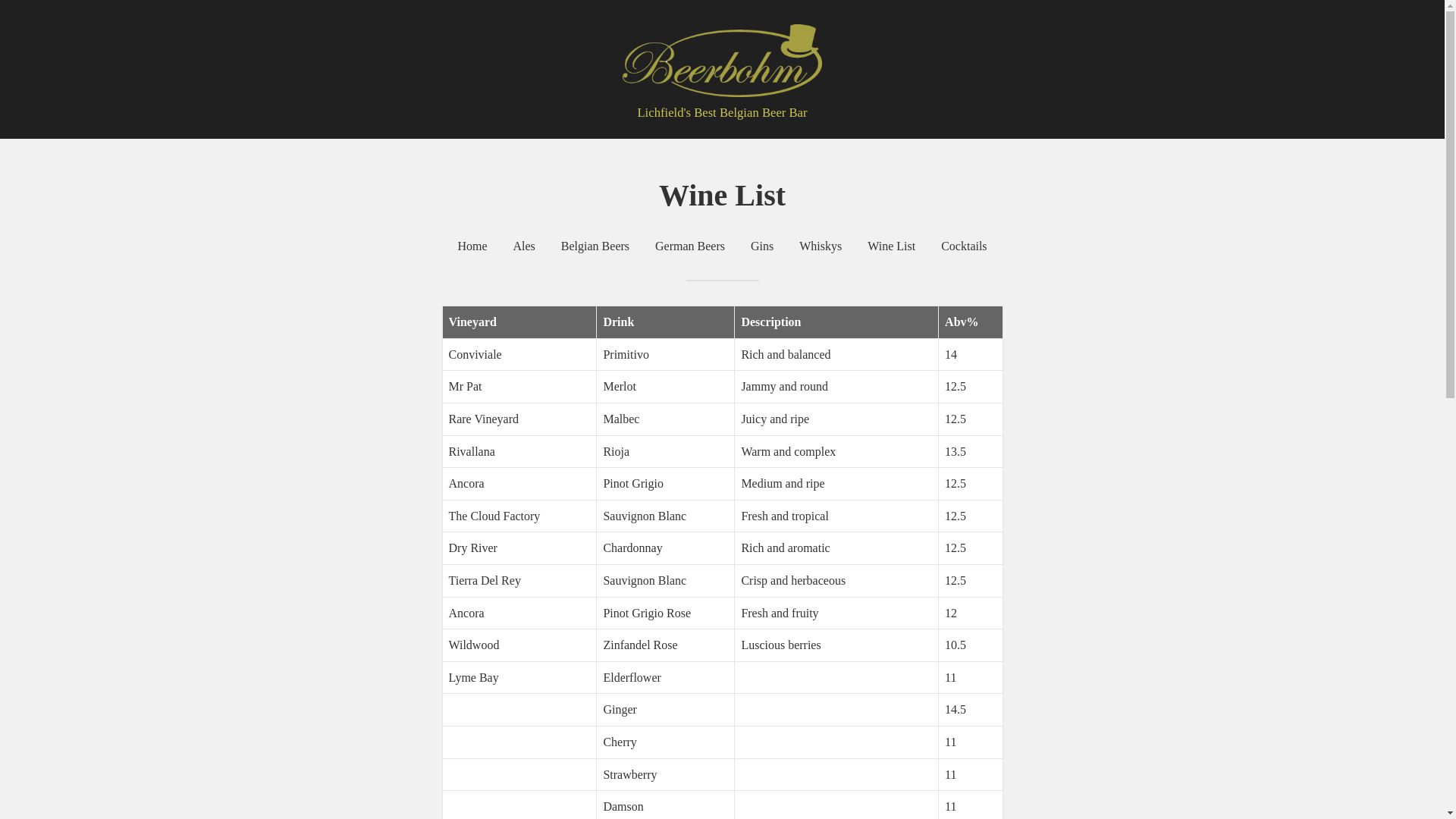 Image resolution: width=1456 pixels, height=819 pixels. What do you see at coordinates (595, 245) in the screenshot?
I see `'Belgian Beers'` at bounding box center [595, 245].